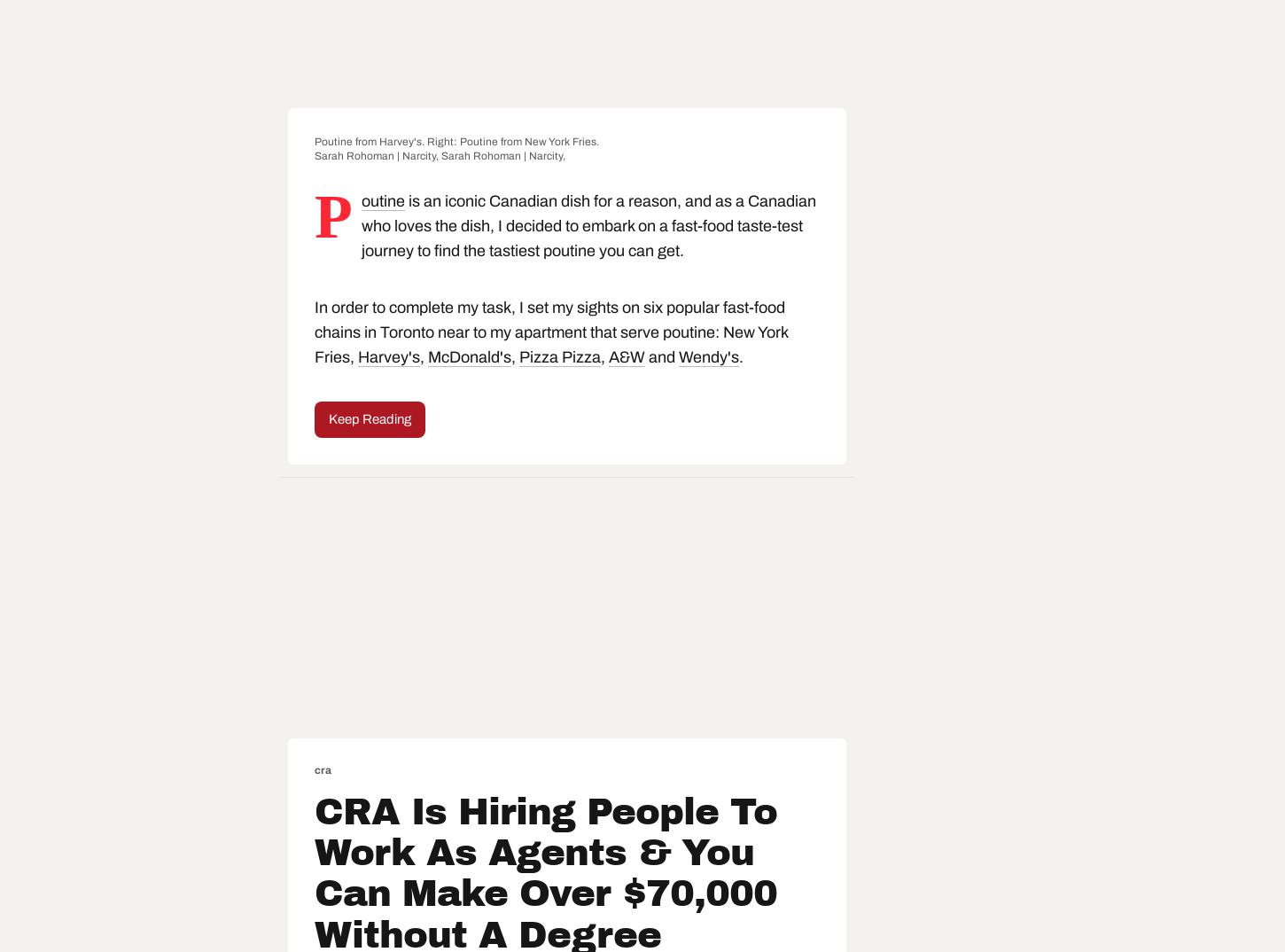 The height and width of the screenshot is (952, 1285). What do you see at coordinates (679, 356) in the screenshot?
I see `'Wendy's'` at bounding box center [679, 356].